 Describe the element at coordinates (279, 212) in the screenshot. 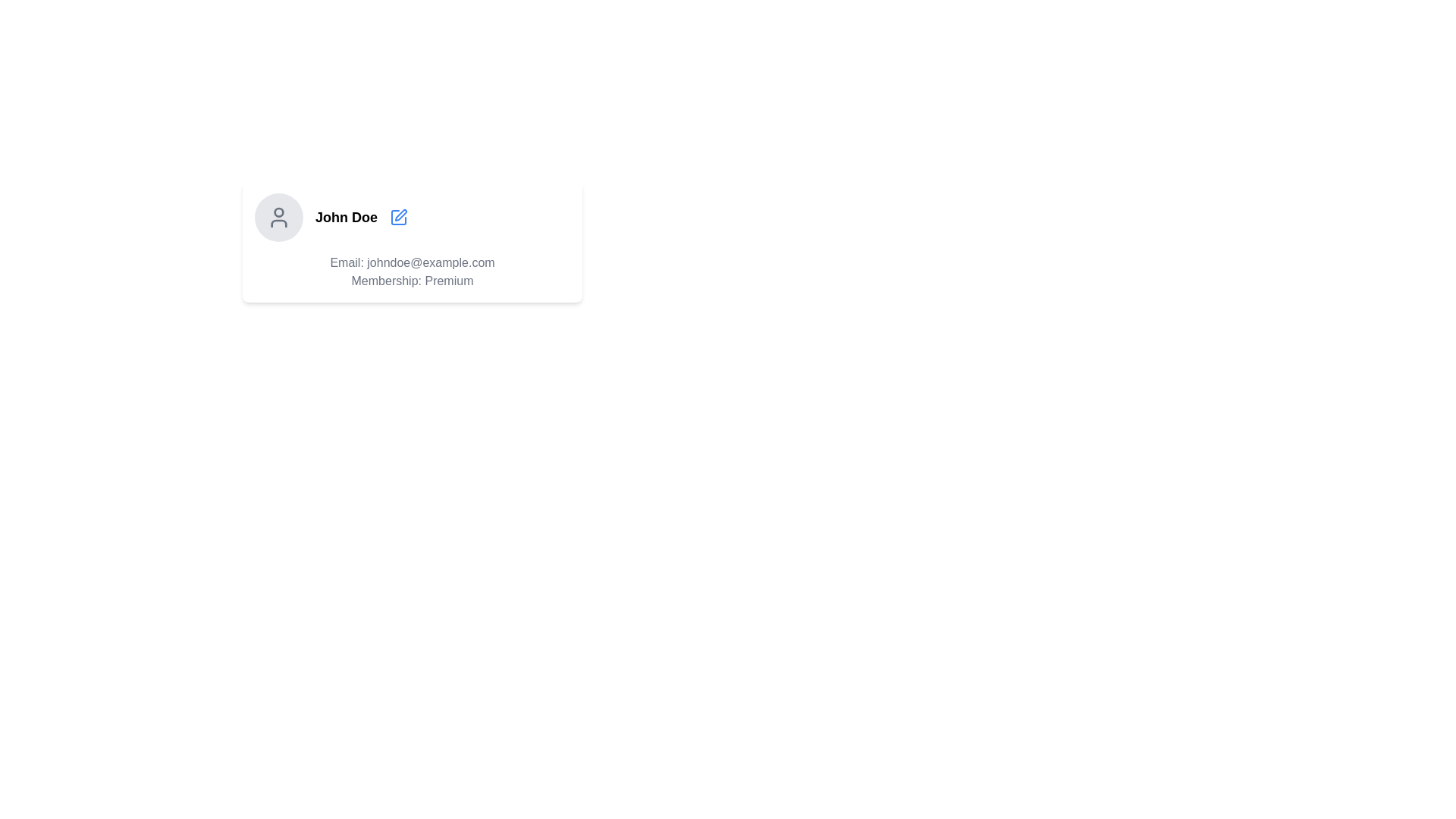

I see `the circular head element of the user icon located at the top-center of the profile card` at that location.